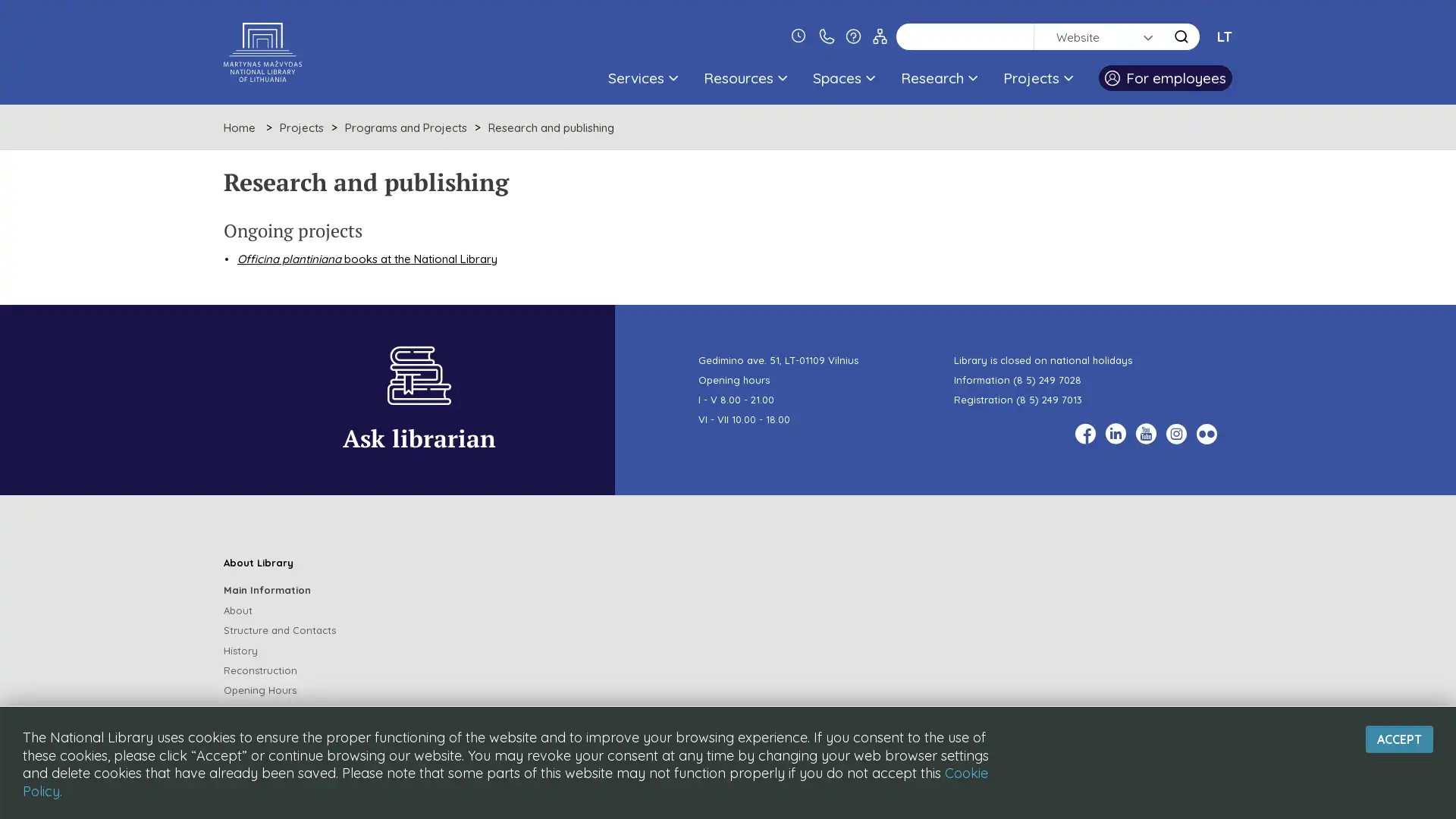 Image resolution: width=1456 pixels, height=819 pixels. I want to click on Search, so click(1181, 36).